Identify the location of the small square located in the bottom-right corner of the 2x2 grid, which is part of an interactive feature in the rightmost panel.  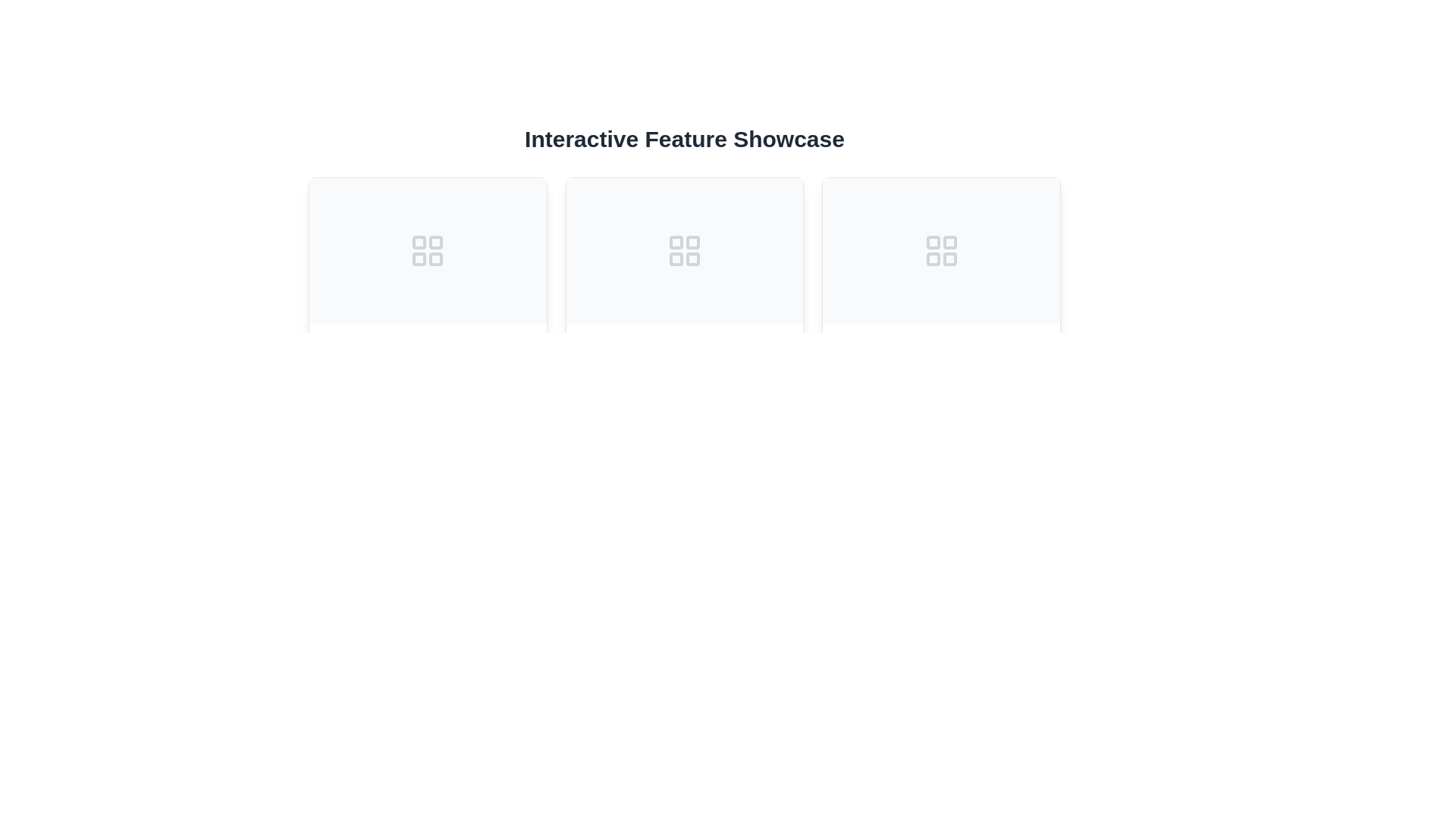
(949, 259).